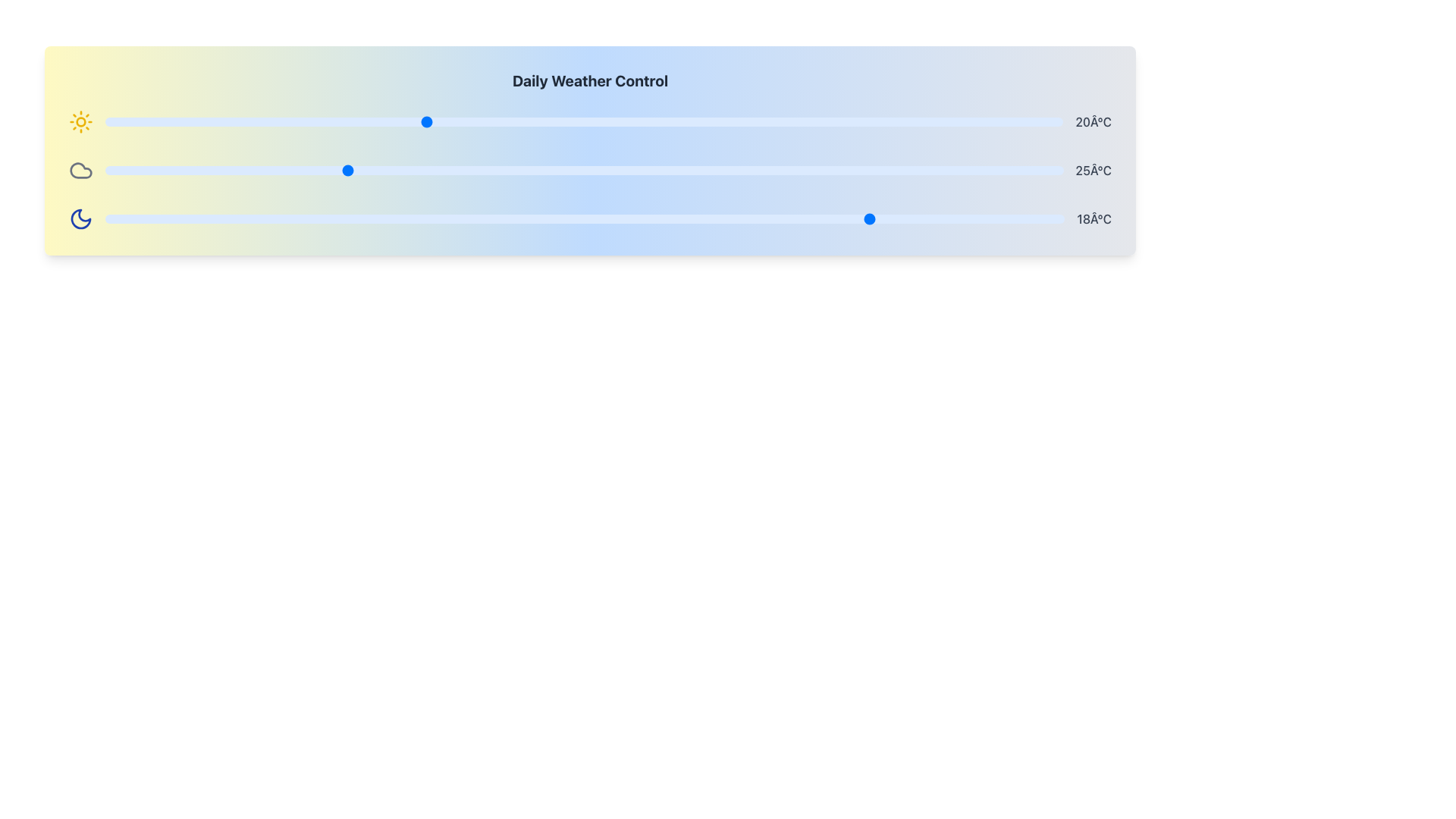  What do you see at coordinates (873, 219) in the screenshot?
I see `the temperature slider` at bounding box center [873, 219].